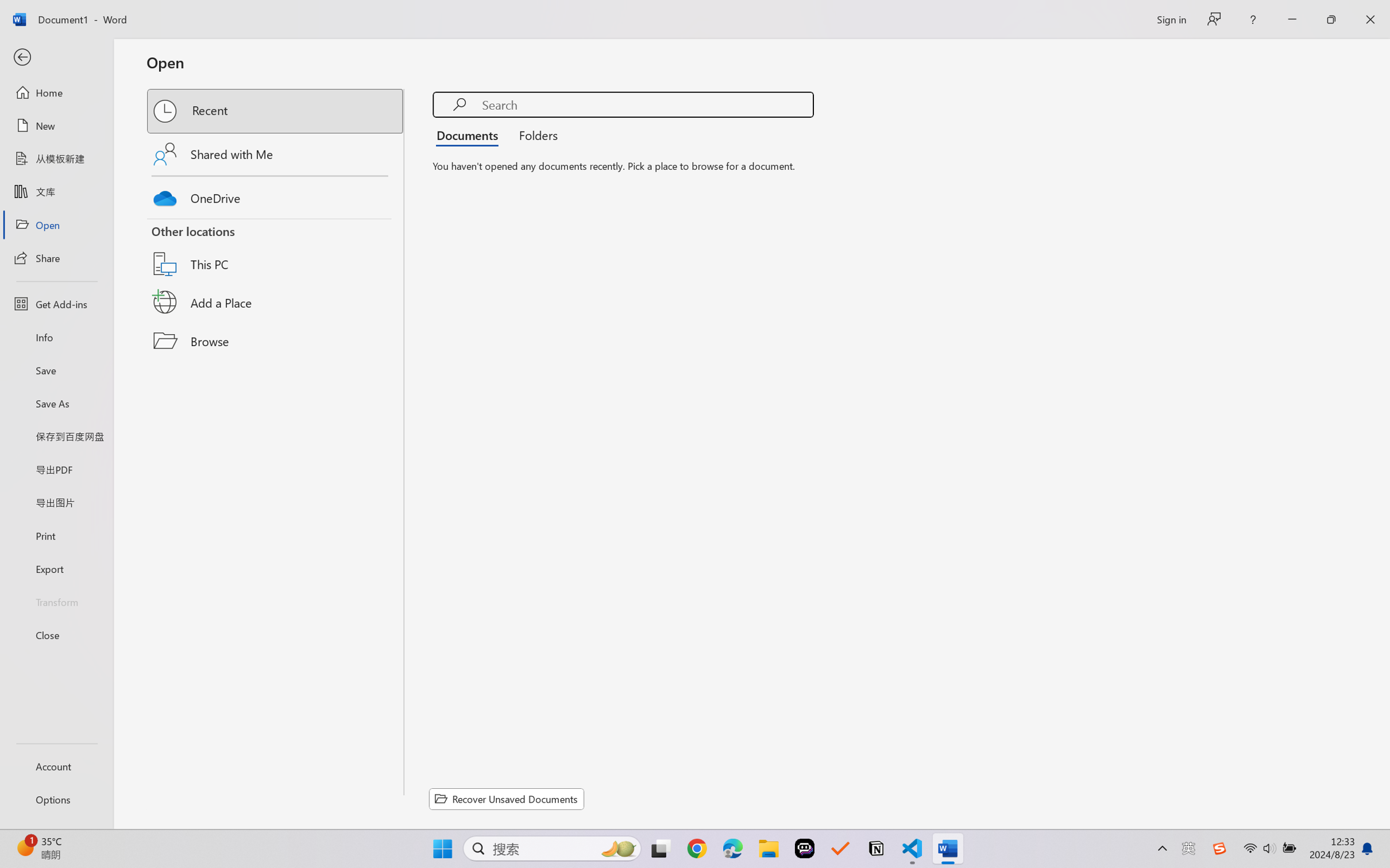  What do you see at coordinates (56, 536) in the screenshot?
I see `'Print'` at bounding box center [56, 536].